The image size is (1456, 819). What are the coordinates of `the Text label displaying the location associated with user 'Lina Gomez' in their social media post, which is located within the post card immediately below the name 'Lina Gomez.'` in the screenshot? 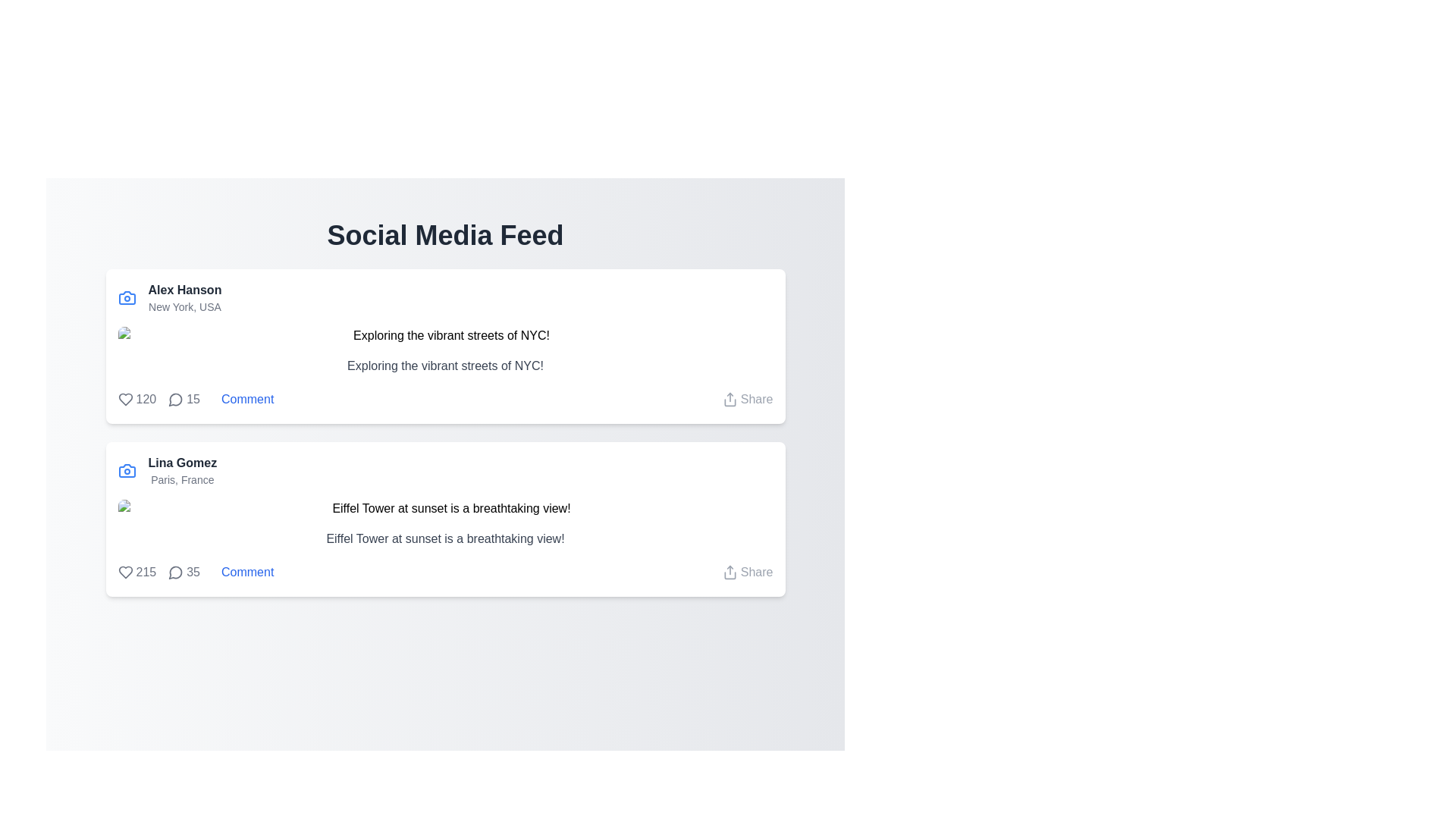 It's located at (182, 479).